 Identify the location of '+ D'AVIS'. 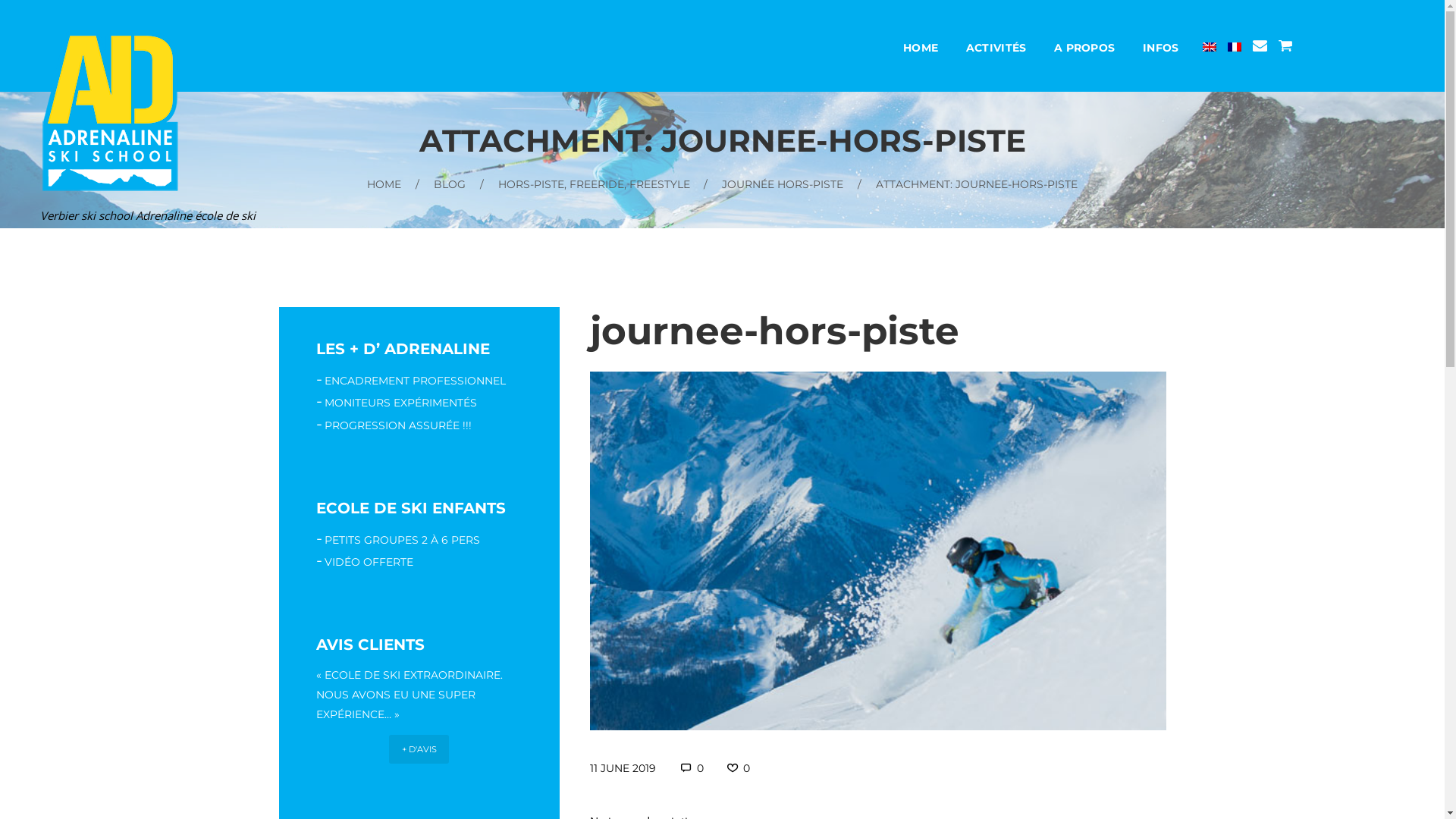
(389, 748).